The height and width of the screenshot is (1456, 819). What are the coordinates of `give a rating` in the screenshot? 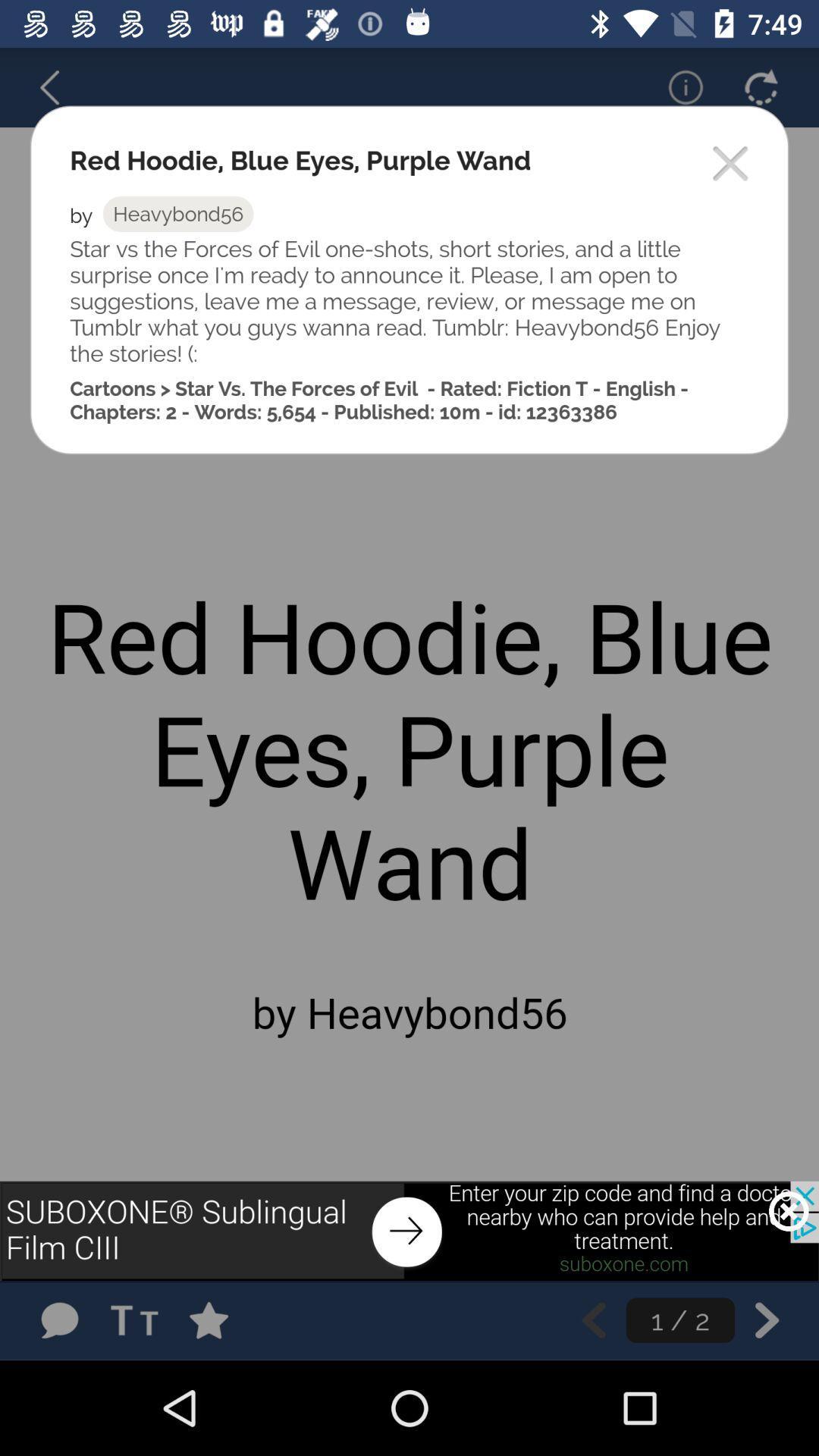 It's located at (224, 1319).